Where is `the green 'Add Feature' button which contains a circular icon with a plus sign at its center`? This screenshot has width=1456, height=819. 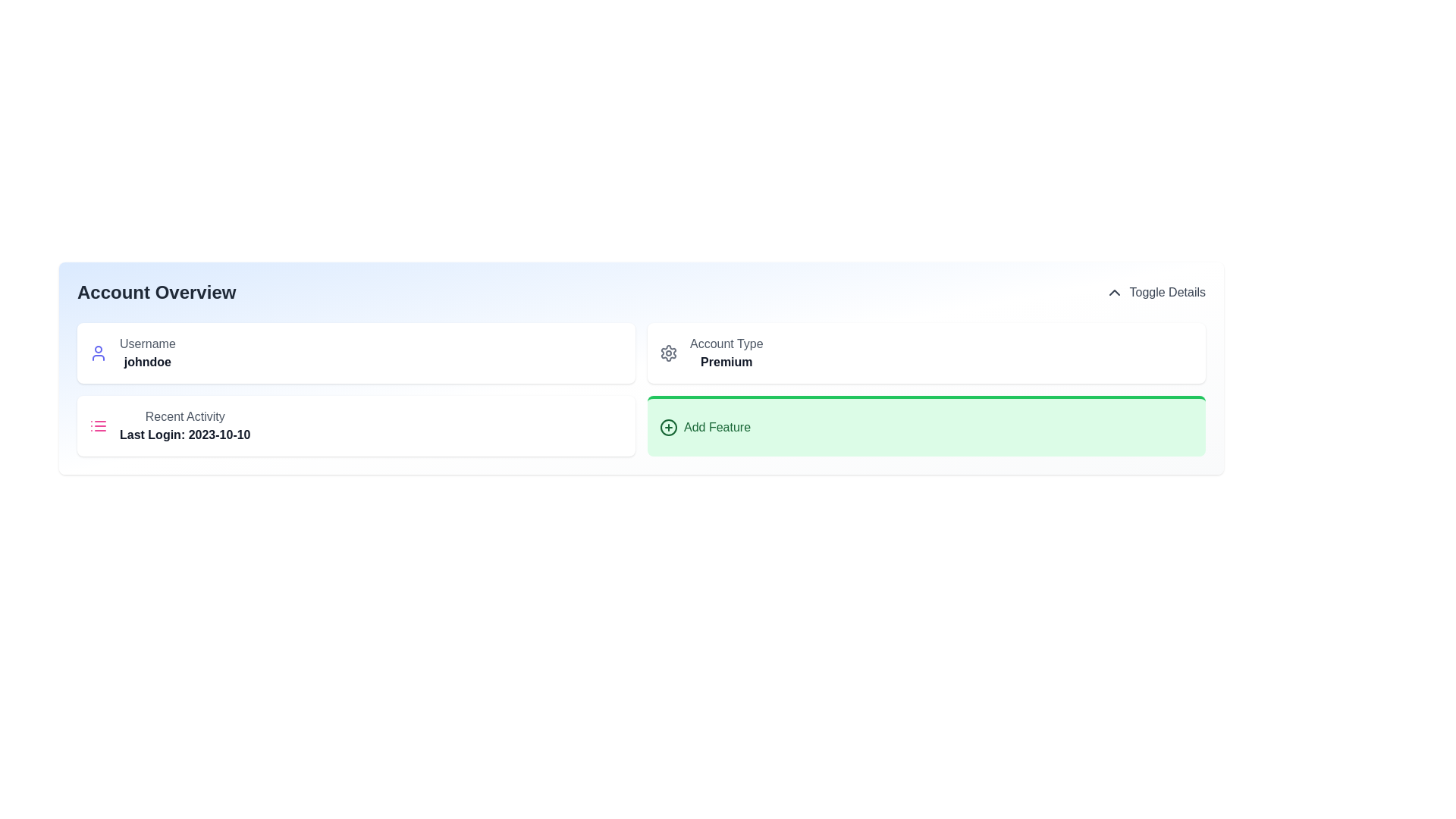
the green 'Add Feature' button which contains a circular icon with a plus sign at its center is located at coordinates (668, 427).